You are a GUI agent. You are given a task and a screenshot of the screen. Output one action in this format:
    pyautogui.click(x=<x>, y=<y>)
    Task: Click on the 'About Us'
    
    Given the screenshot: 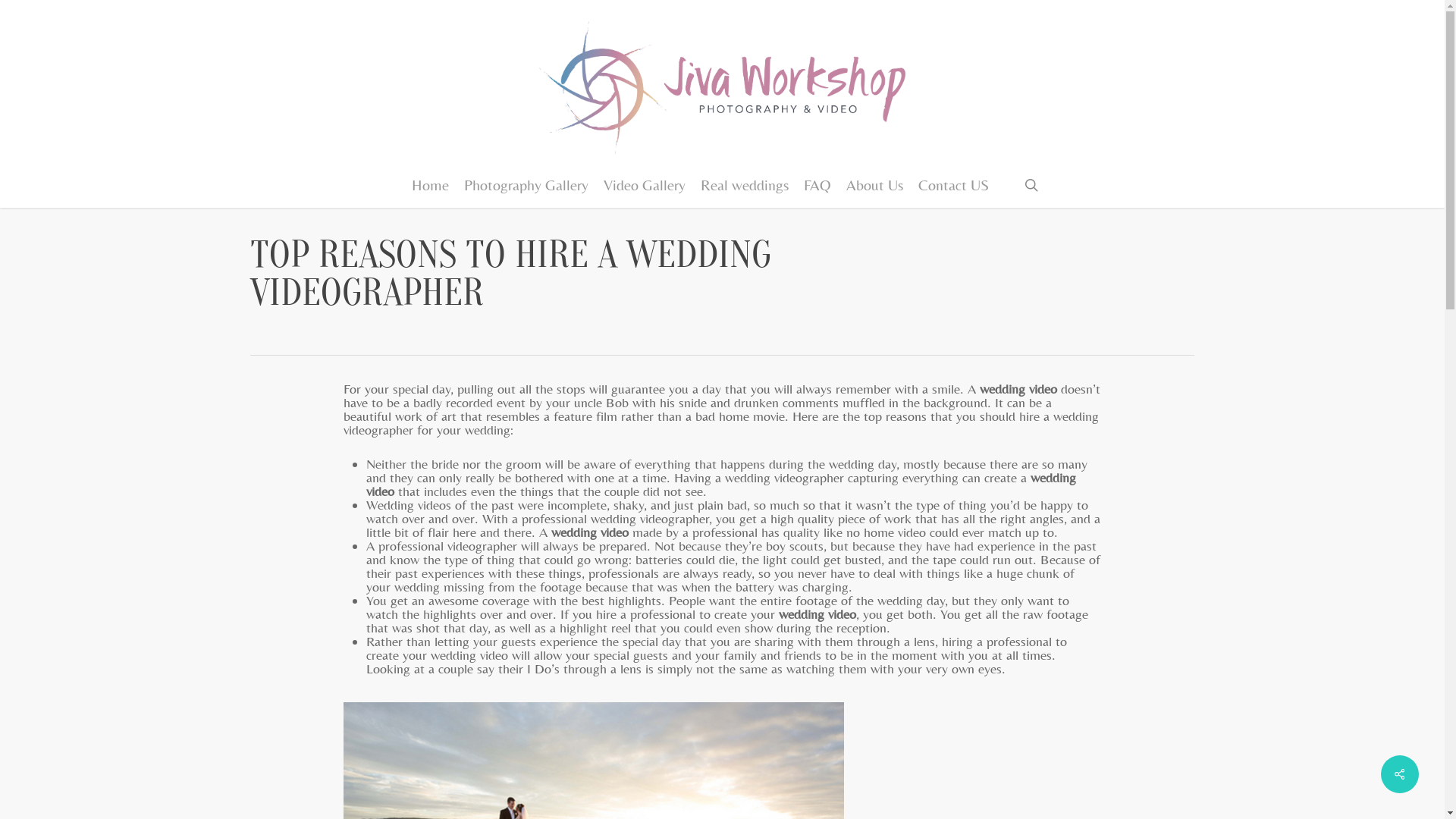 What is the action you would take?
    pyautogui.click(x=874, y=184)
    